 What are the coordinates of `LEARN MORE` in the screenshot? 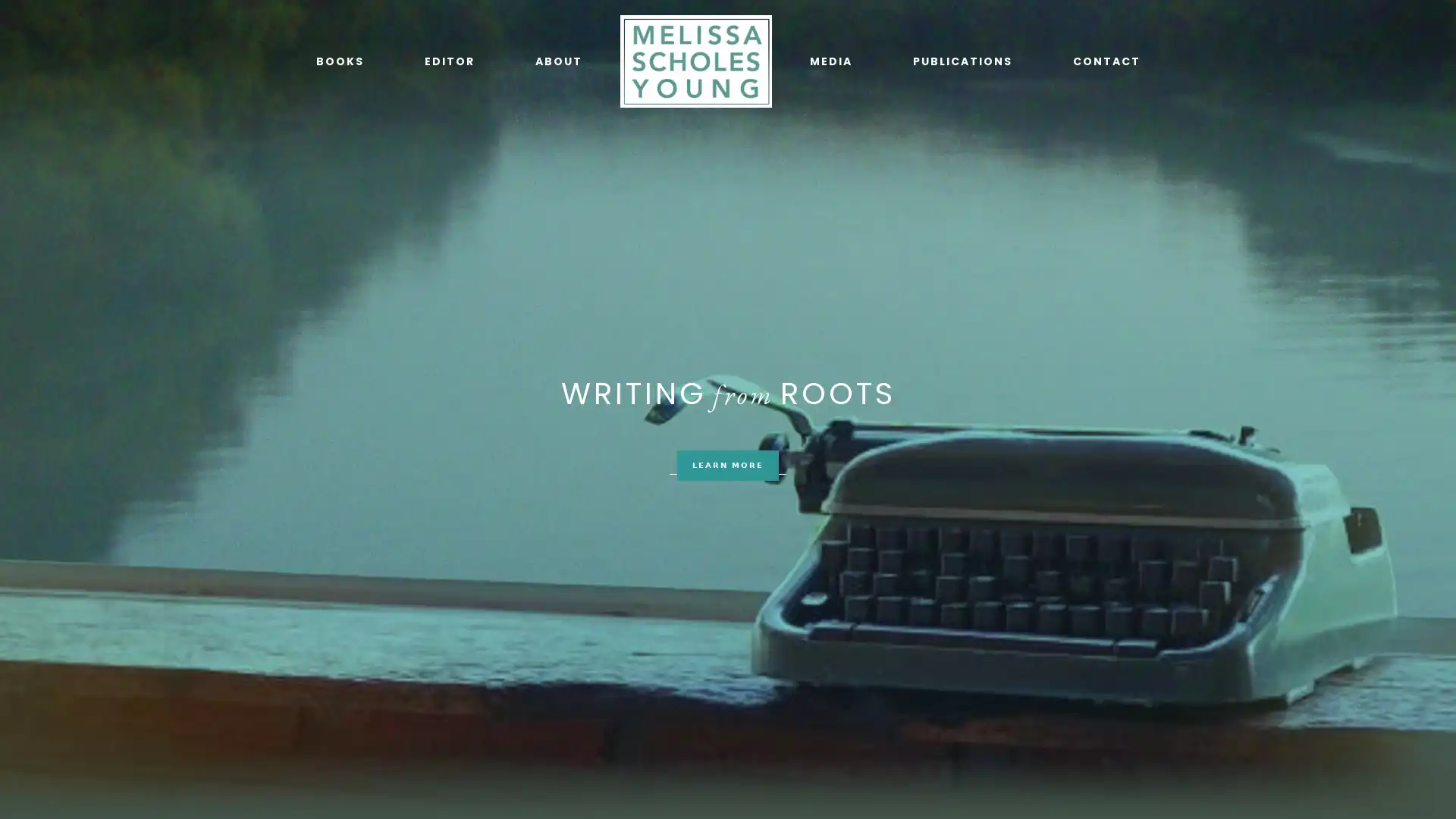 It's located at (728, 464).